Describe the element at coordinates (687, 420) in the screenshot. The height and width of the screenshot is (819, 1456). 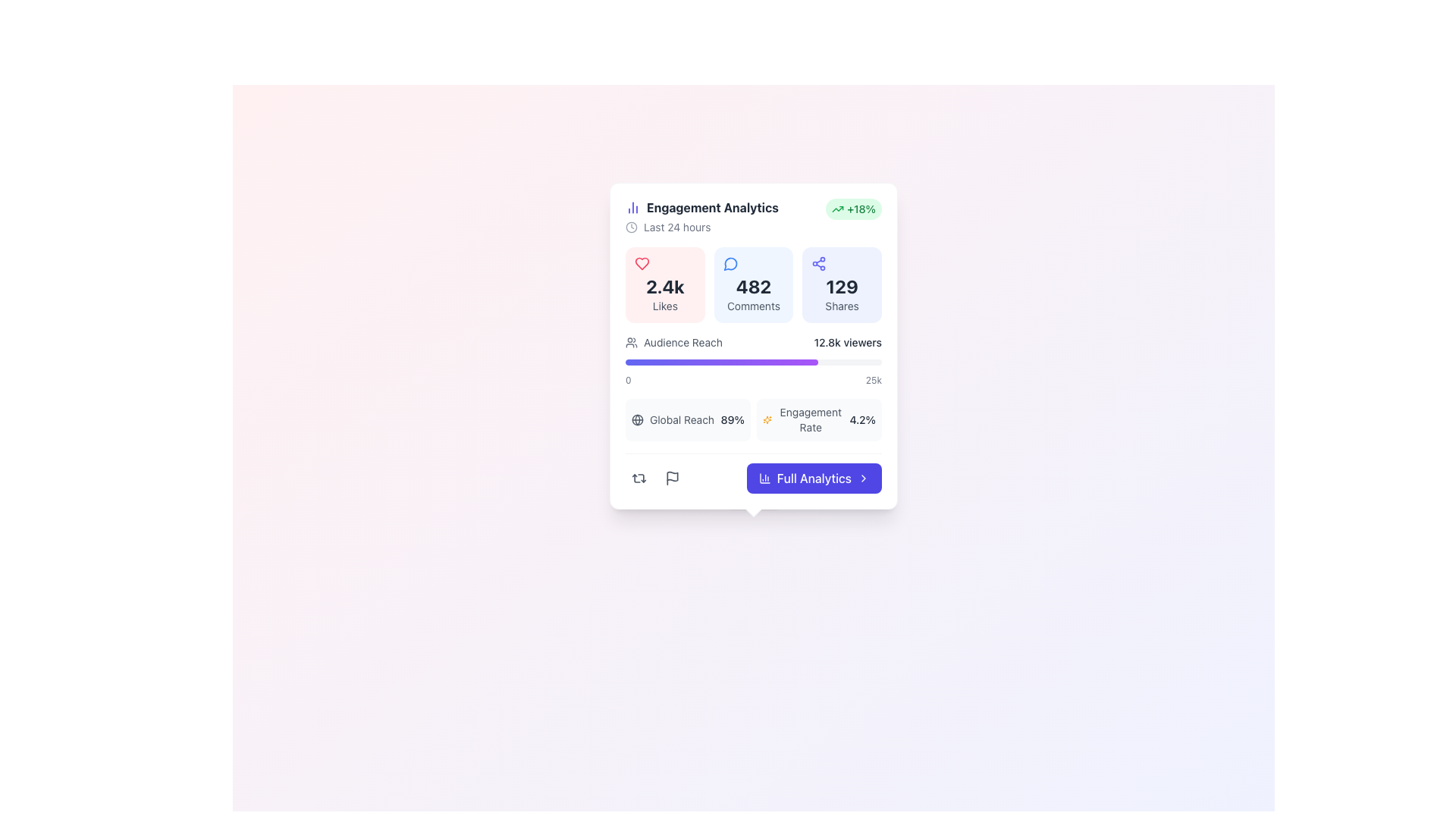
I see `the 'Global Reach' informational display, which shows a metric with an icon, label, and percentage value, located in the lower-middle section of the card interface` at that location.